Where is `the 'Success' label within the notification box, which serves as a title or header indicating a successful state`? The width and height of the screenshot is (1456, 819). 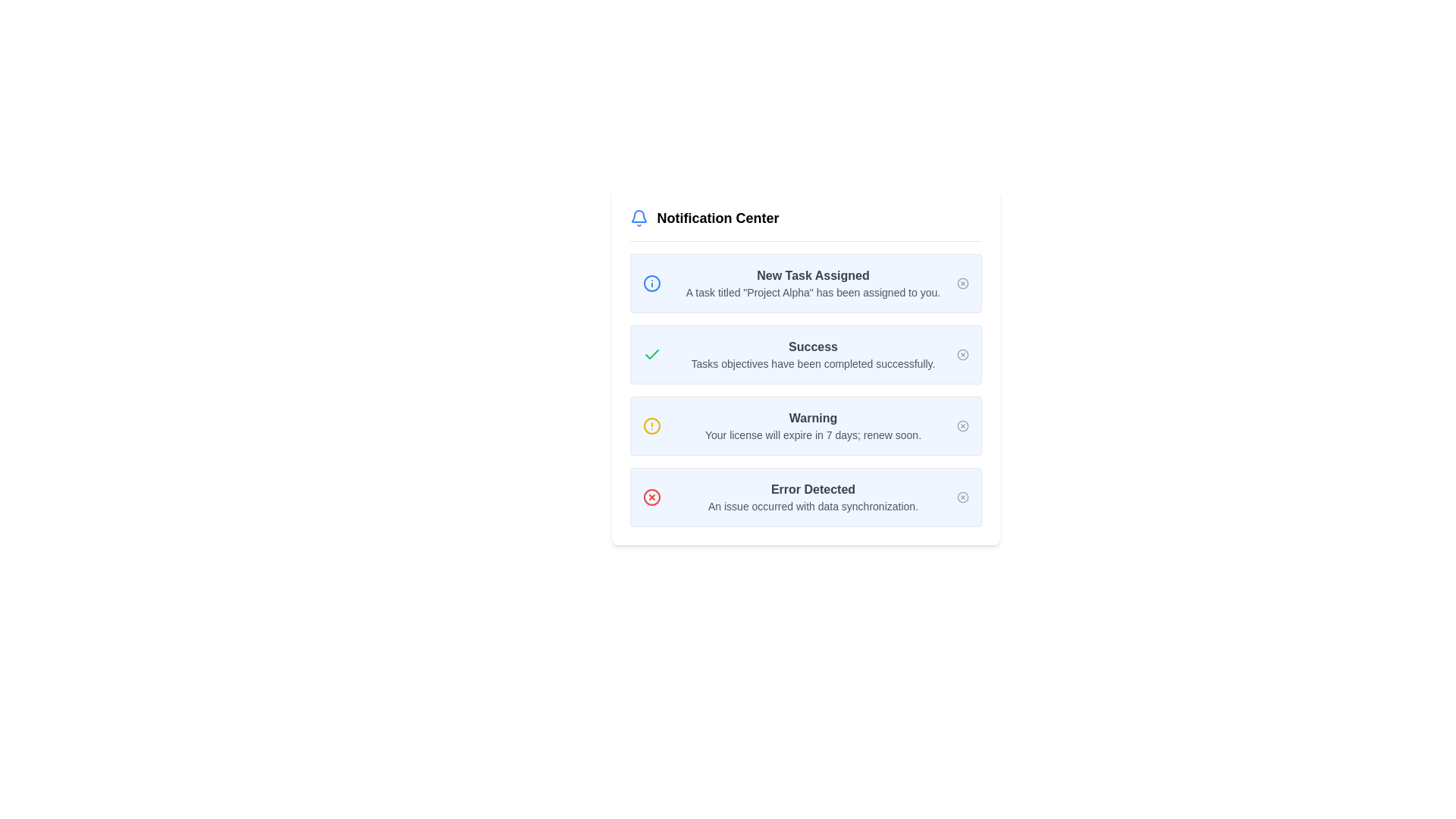
the 'Success' label within the notification box, which serves as a title or header indicating a successful state is located at coordinates (812, 347).